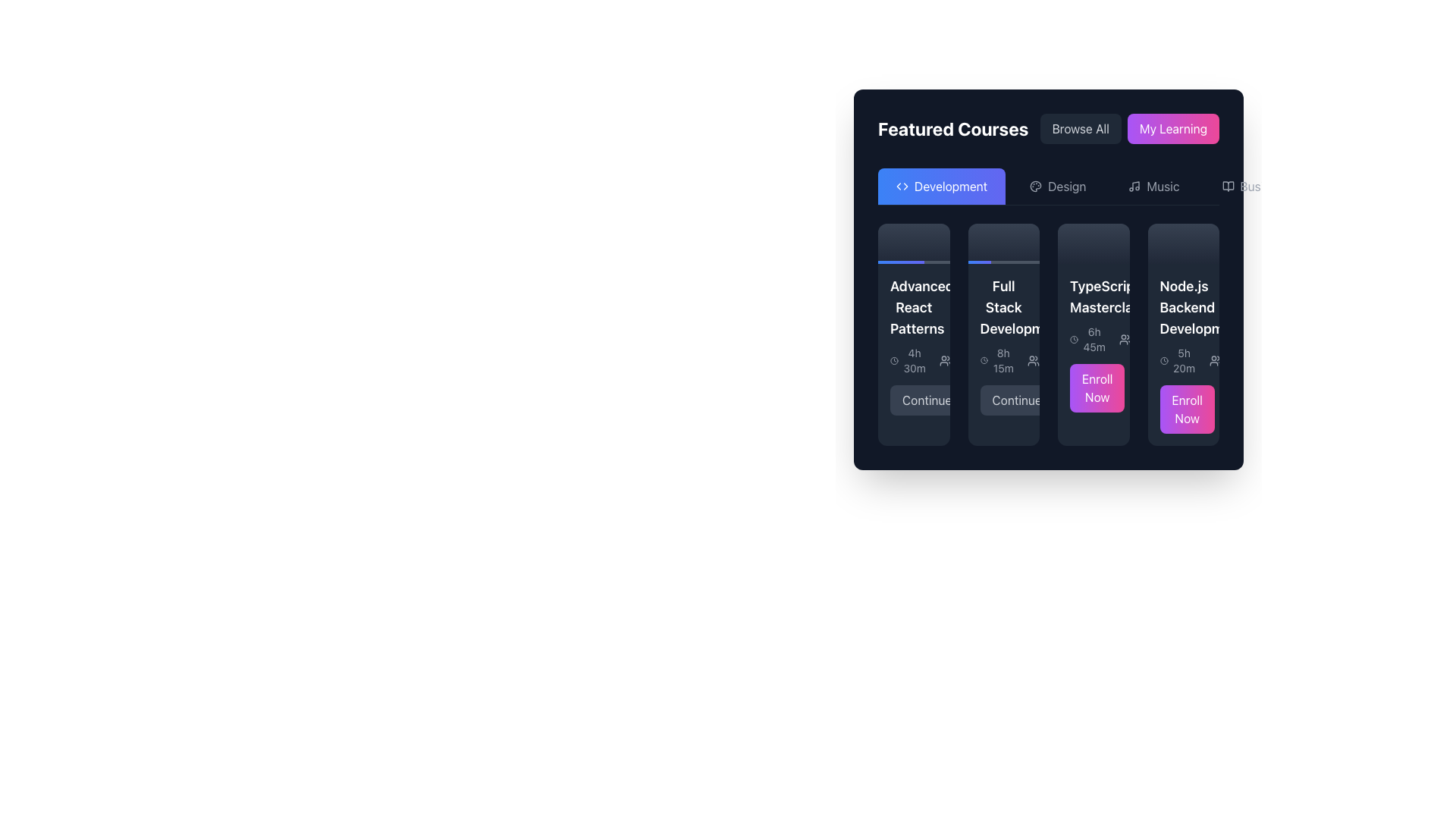 Image resolution: width=1456 pixels, height=819 pixels. What do you see at coordinates (984, 361) in the screenshot?
I see `the SVG circle element that is centrally located within the clock icon, which is positioned beneath the text indicating durations in the featured courses section` at bounding box center [984, 361].